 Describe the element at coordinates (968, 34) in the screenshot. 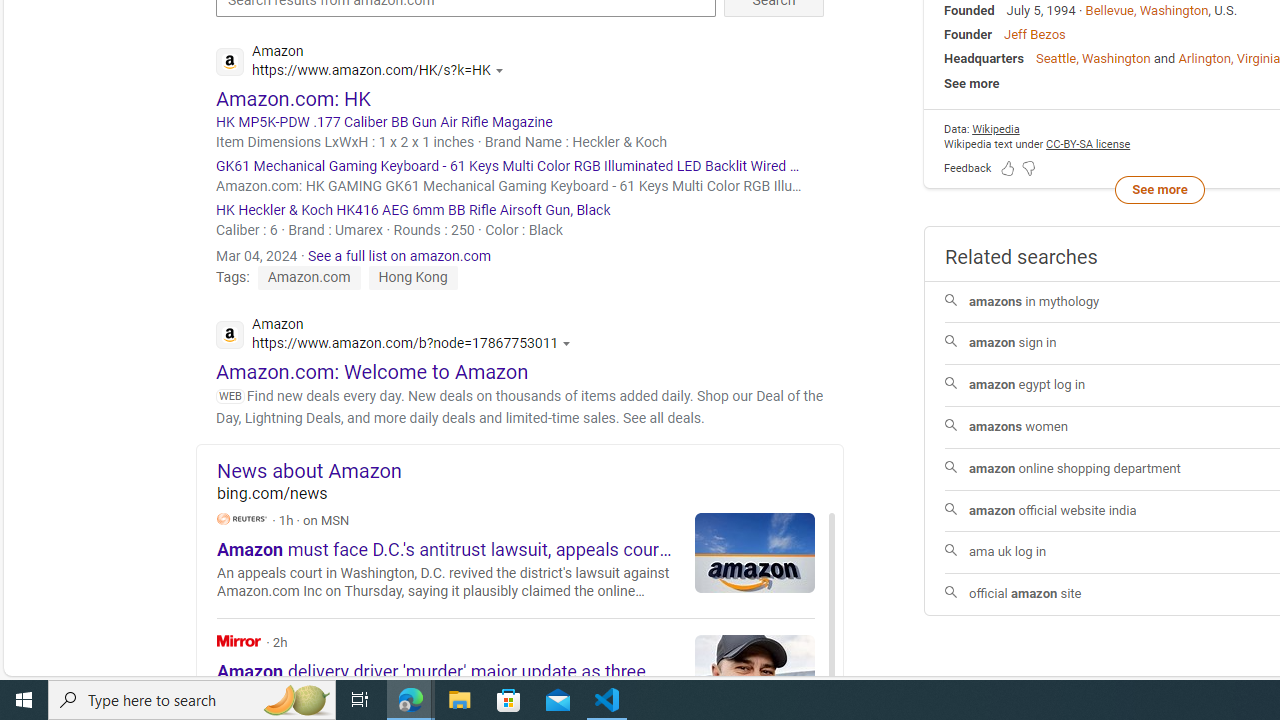

I see `'Founder'` at that location.